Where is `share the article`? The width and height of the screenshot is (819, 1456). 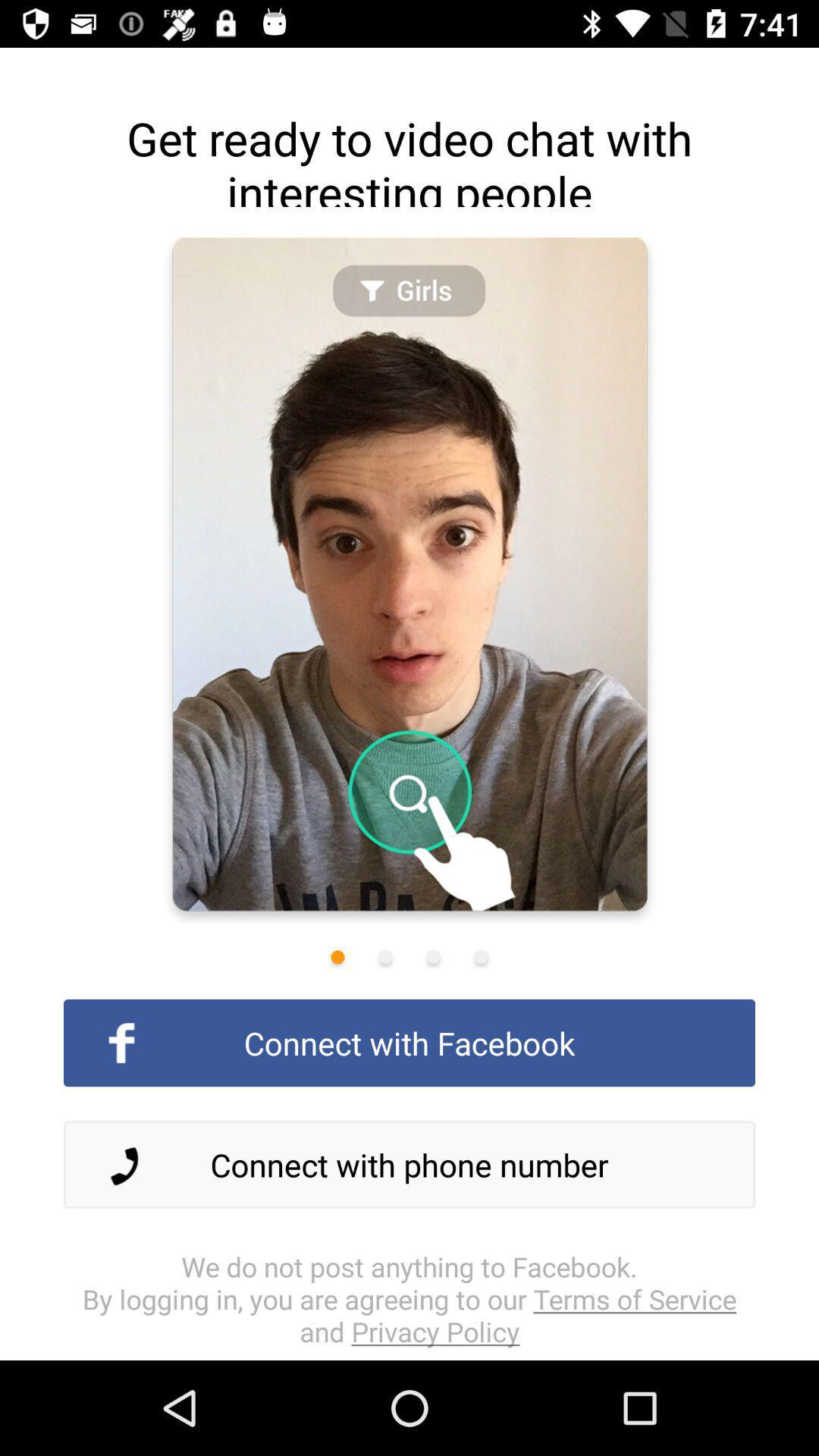
share the article is located at coordinates (337, 956).